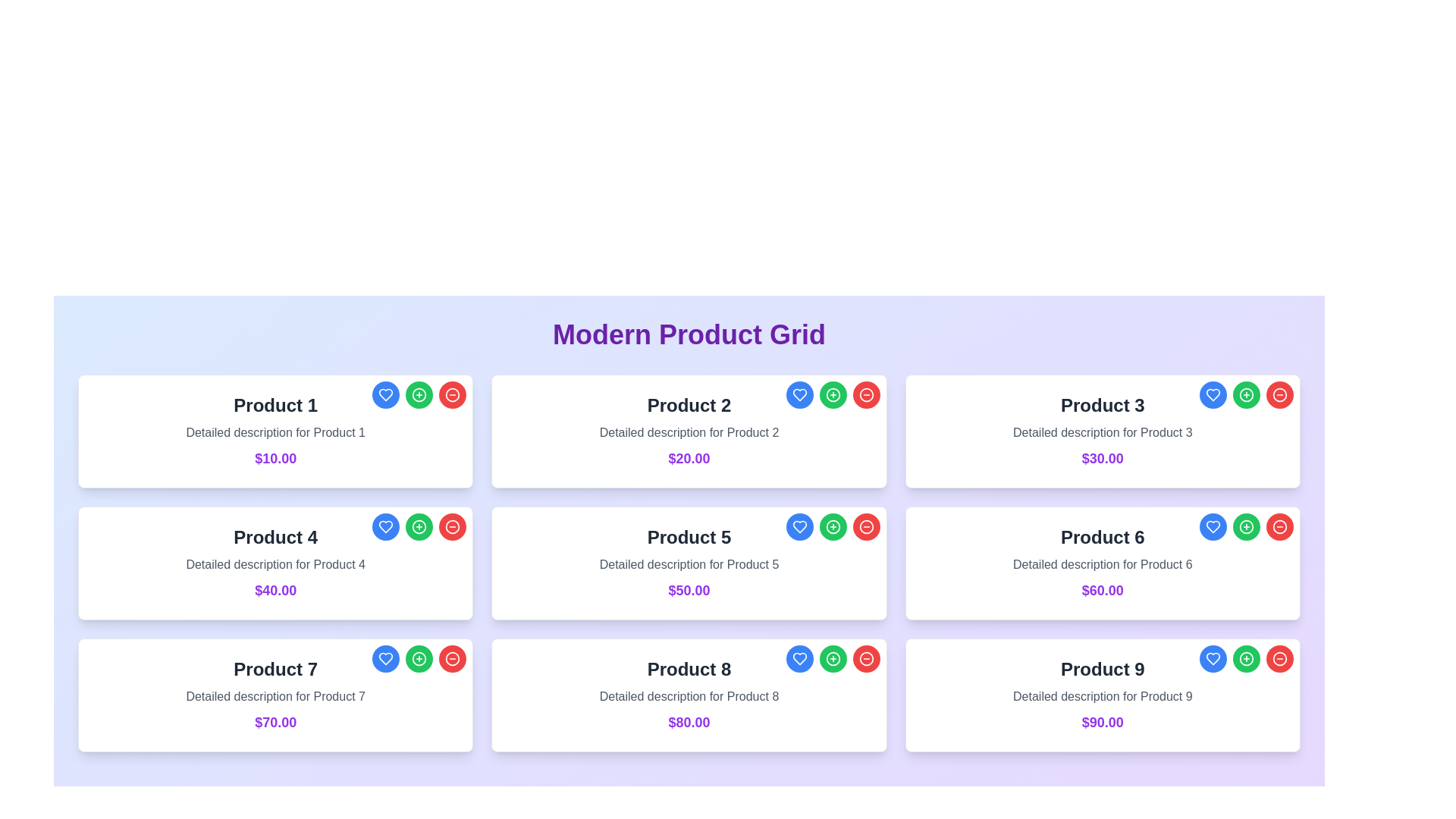 The height and width of the screenshot is (819, 1456). Describe the element at coordinates (688, 696) in the screenshot. I see `the static text element displaying 'Detailed description for Product 8', located beneath the product header and above the price tag` at that location.